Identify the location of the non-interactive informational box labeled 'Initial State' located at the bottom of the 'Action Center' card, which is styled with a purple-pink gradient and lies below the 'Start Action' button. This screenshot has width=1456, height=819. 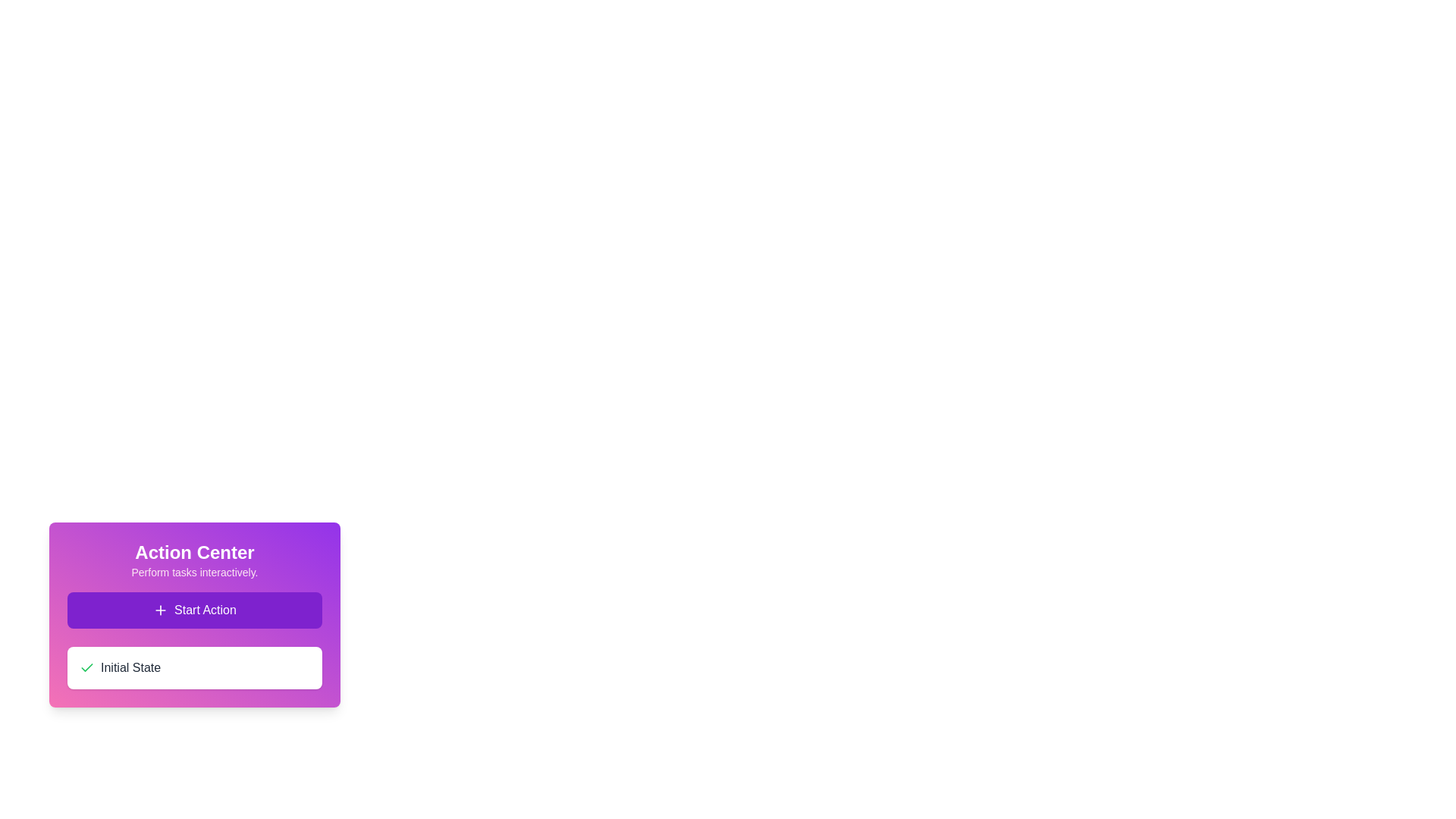
(194, 667).